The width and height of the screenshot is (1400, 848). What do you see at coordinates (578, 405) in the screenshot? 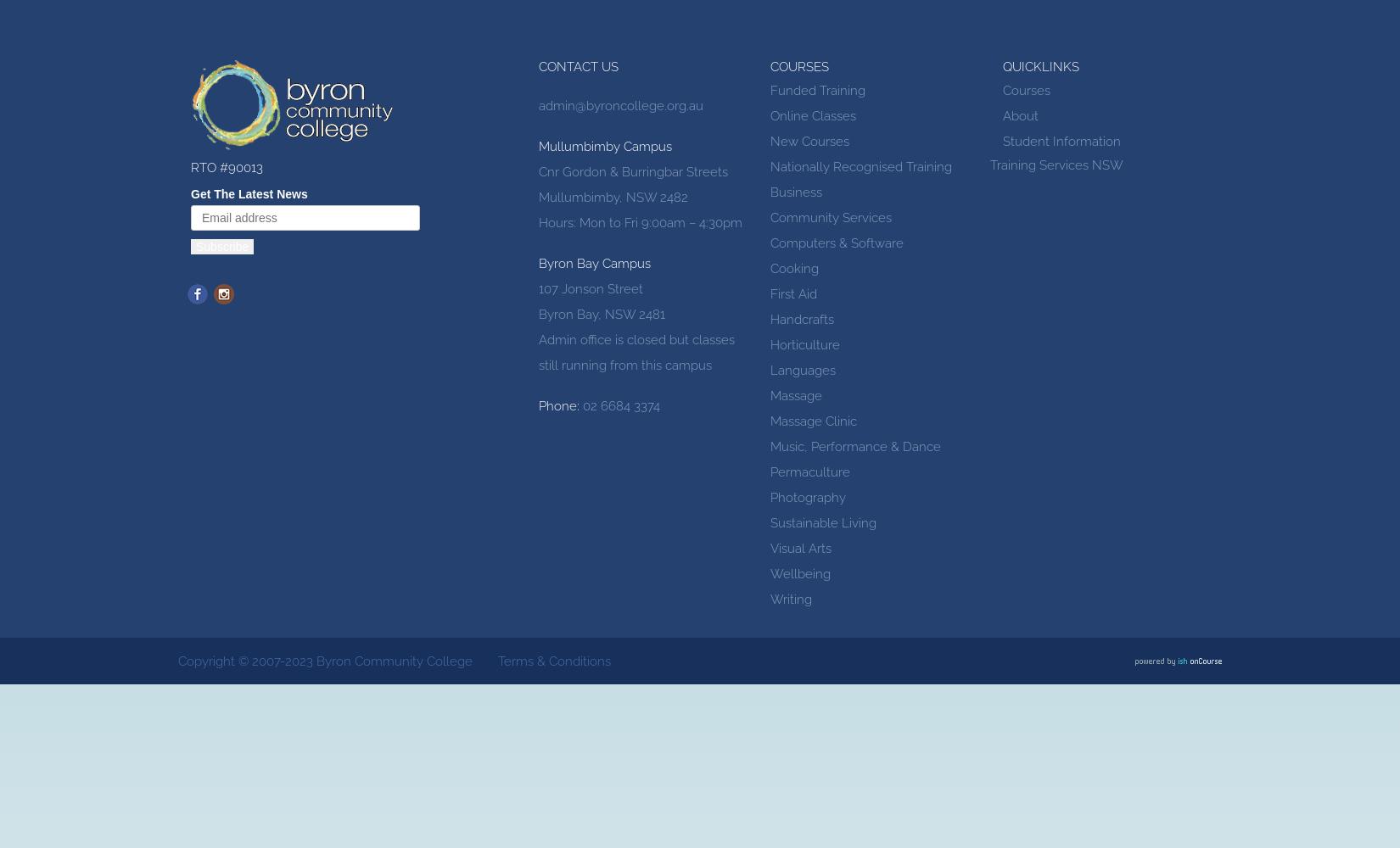
I see `'02 6684 3374'` at bounding box center [578, 405].